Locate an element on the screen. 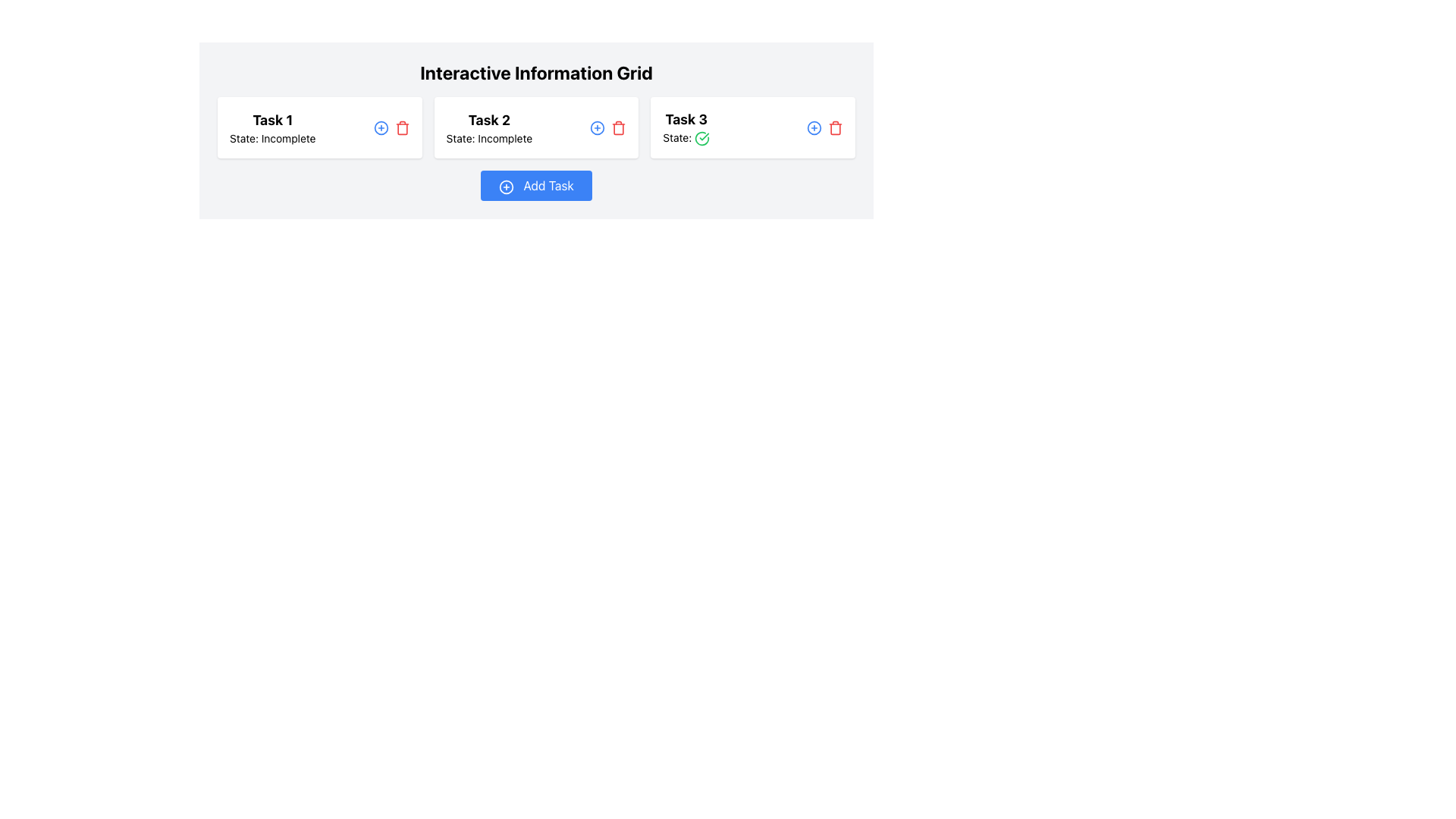 The height and width of the screenshot is (819, 1456). the checkmark icon in the third task card labeled 'Task 3' to indicate task completion is located at coordinates (701, 138).